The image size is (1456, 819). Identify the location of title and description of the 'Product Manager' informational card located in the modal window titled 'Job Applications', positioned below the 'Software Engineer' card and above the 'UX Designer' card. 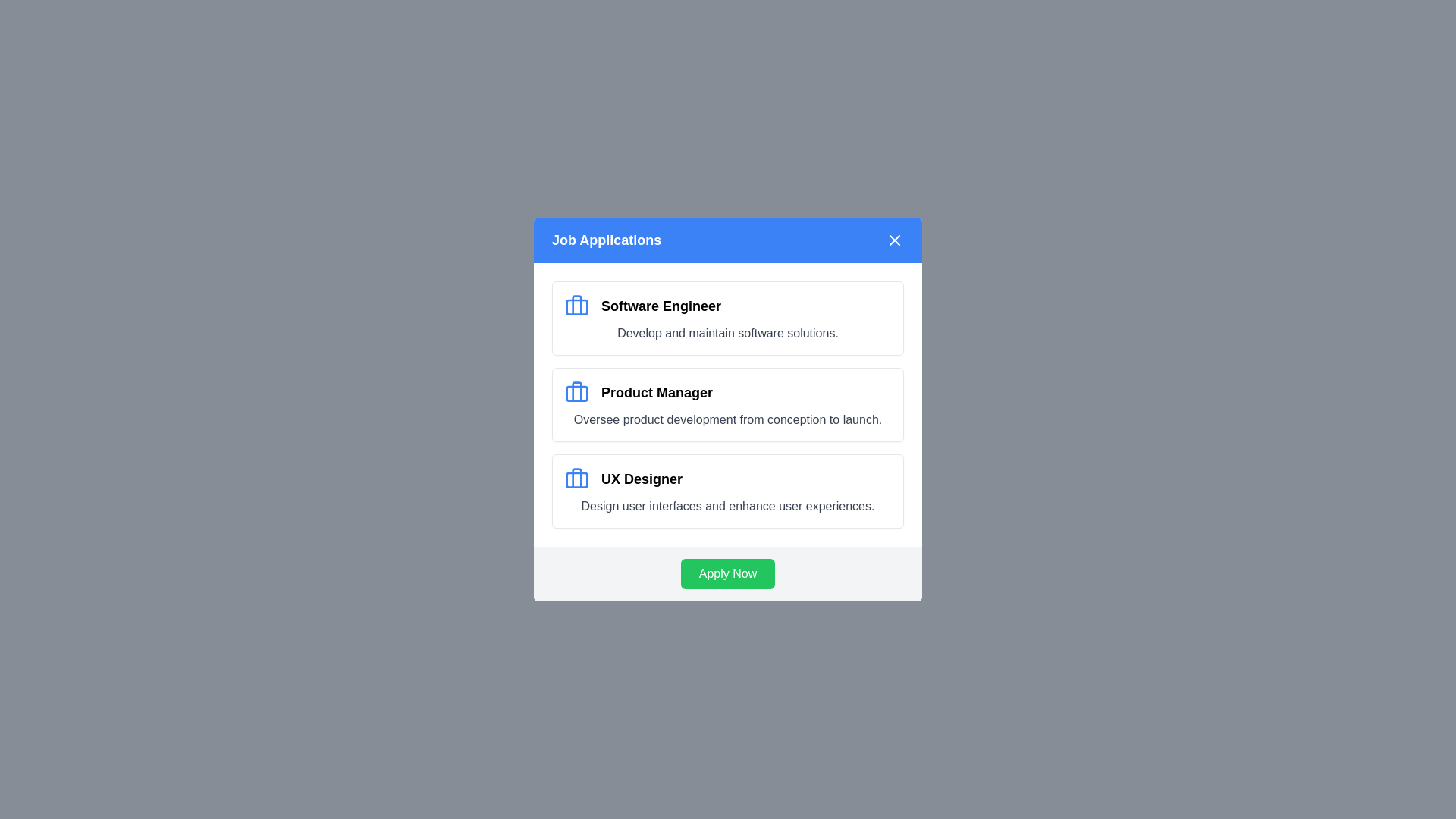
(728, 403).